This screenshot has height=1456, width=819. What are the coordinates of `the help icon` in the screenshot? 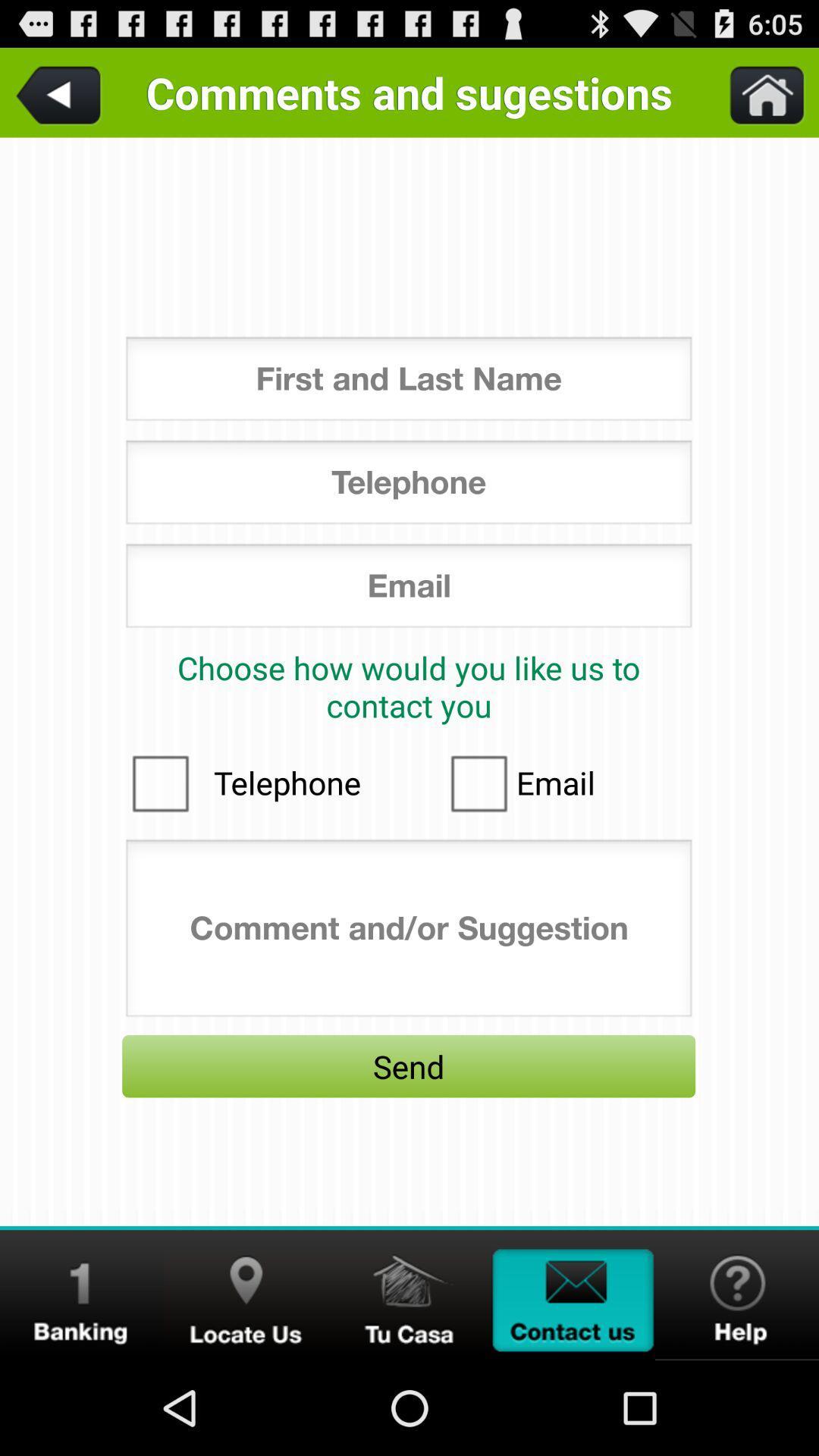 It's located at (736, 1386).